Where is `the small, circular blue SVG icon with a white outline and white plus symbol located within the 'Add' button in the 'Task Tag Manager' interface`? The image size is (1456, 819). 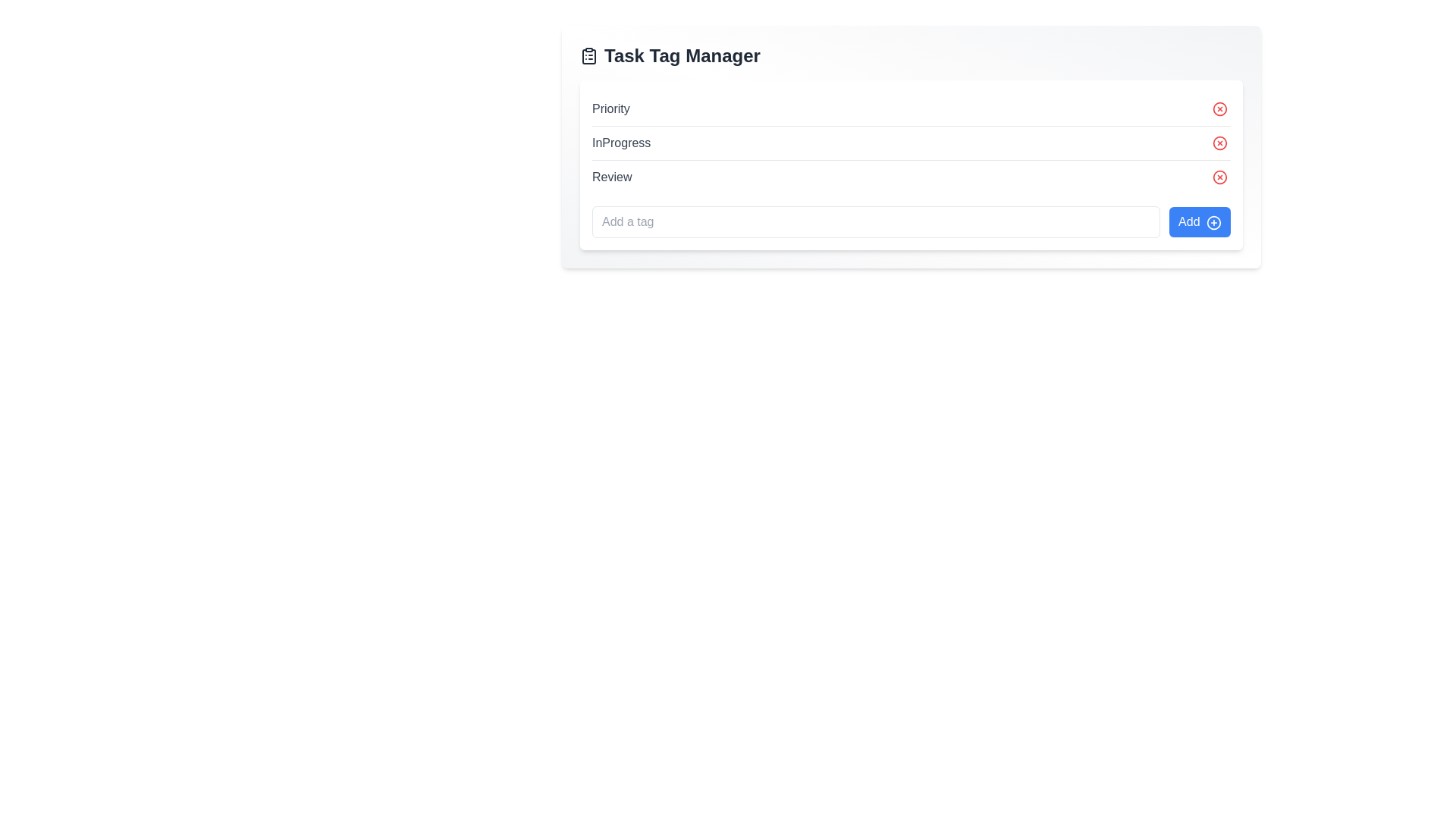
the small, circular blue SVG icon with a white outline and white plus symbol located within the 'Add' button in the 'Task Tag Manager' interface is located at coordinates (1214, 222).